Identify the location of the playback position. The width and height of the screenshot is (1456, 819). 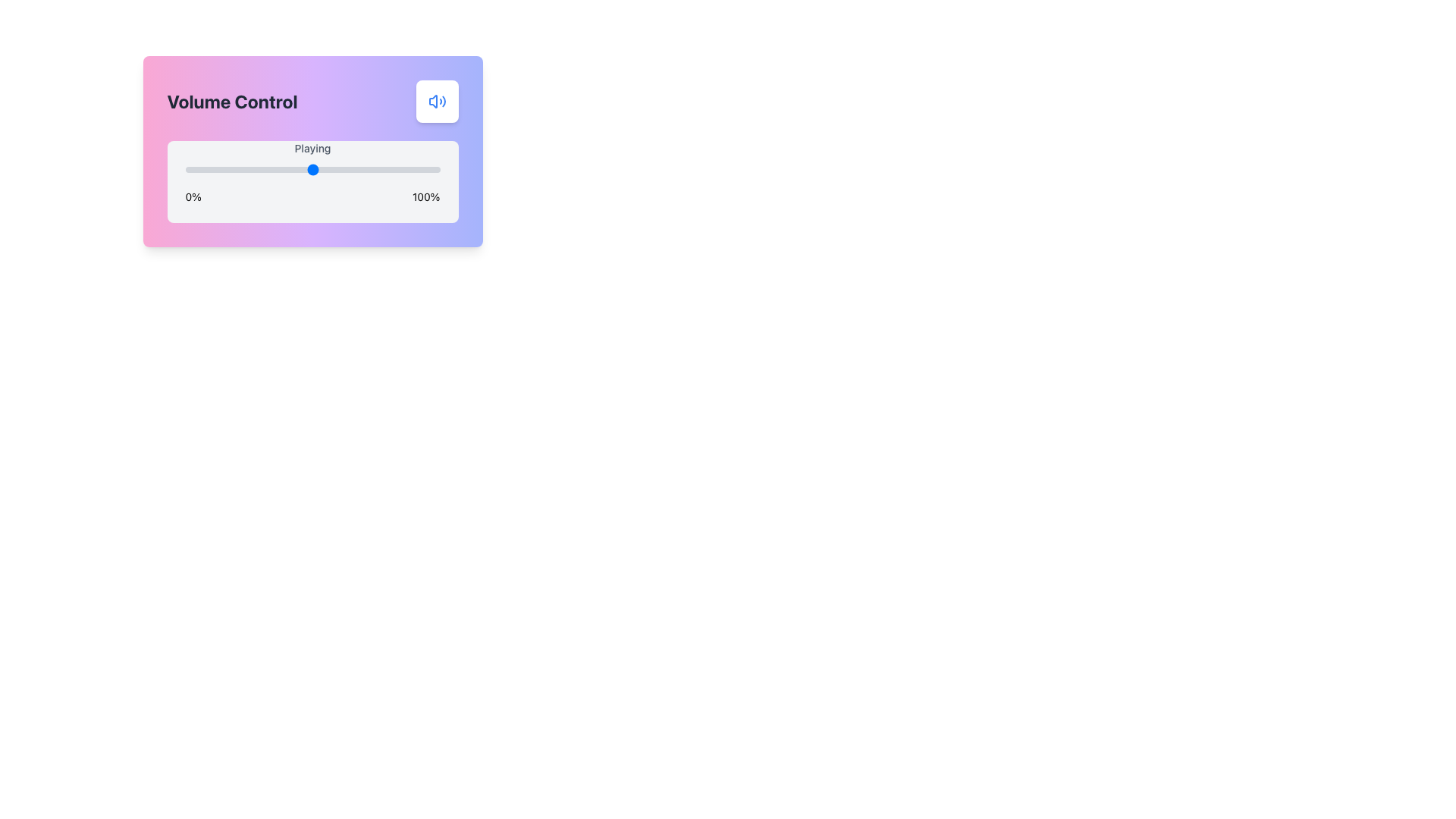
(302, 169).